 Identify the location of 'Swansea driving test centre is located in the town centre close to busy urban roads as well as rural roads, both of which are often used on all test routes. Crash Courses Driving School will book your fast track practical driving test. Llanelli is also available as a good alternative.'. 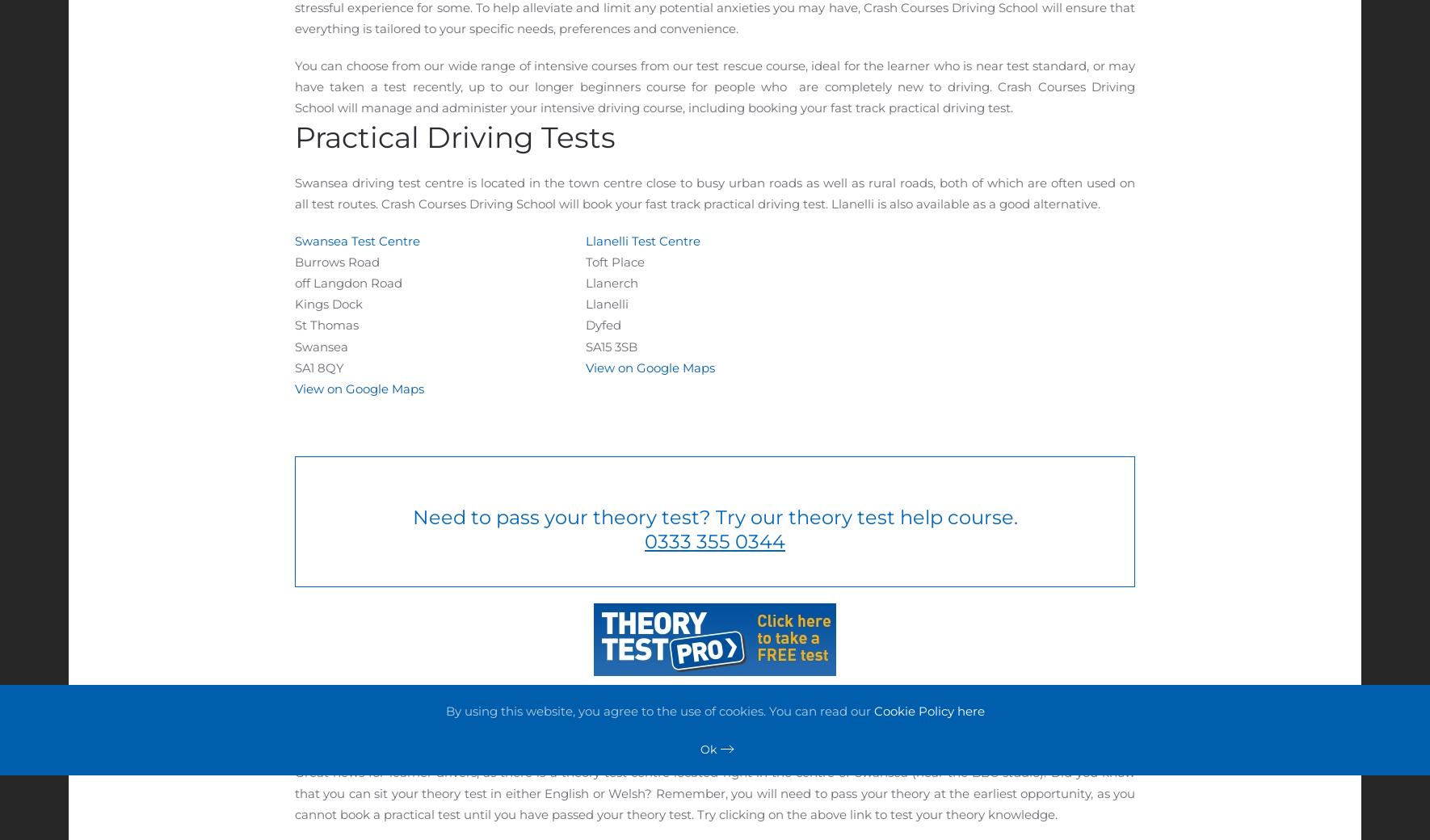
(715, 192).